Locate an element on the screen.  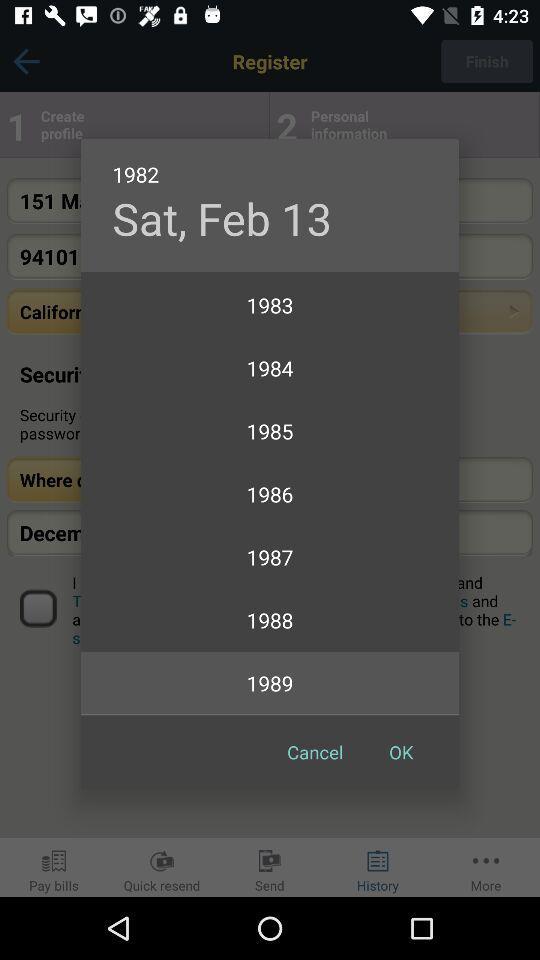
the item to the right of the cancel is located at coordinates (401, 751).